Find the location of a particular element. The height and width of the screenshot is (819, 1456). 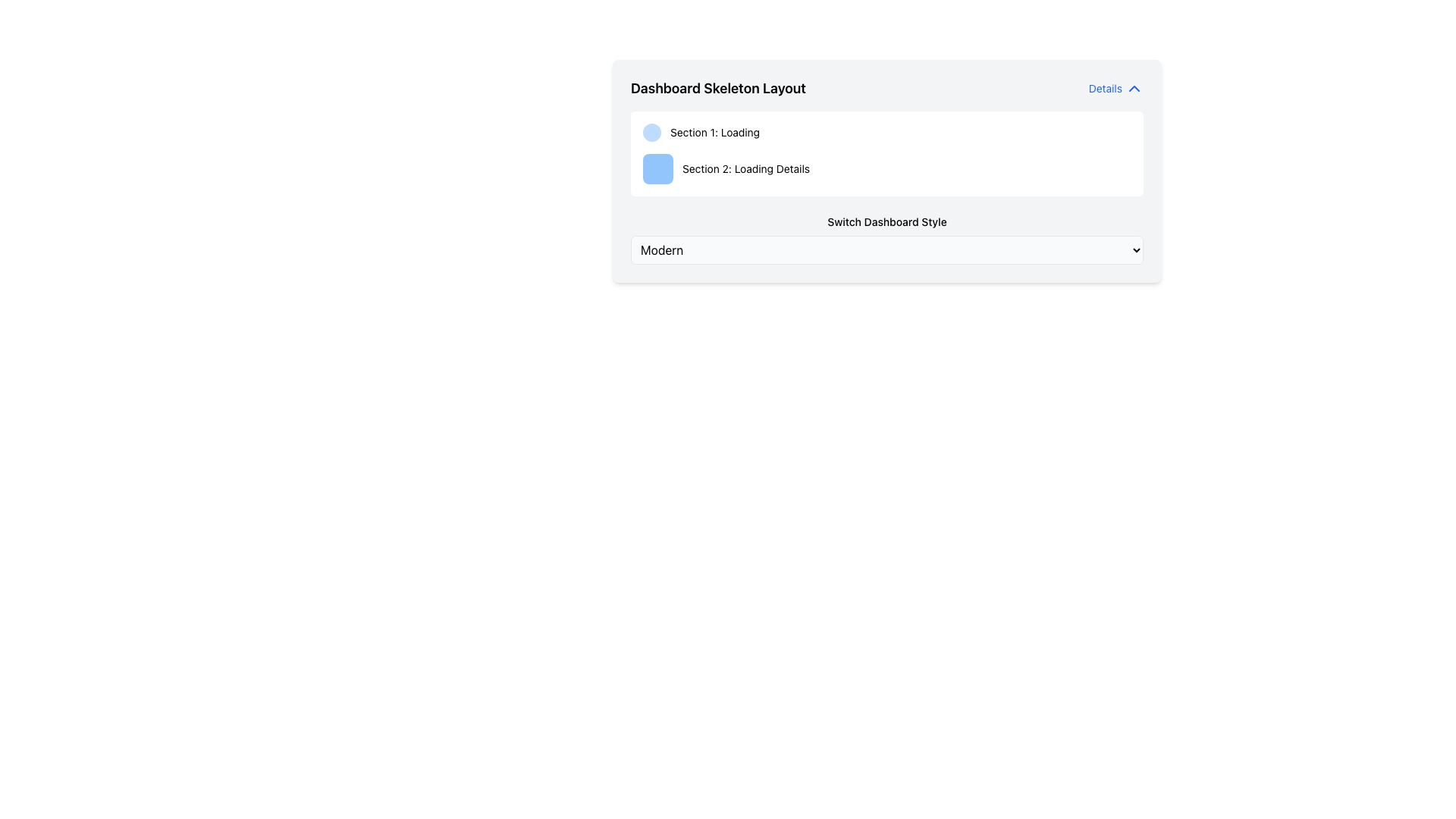

the text label displaying 'Switch Dashboard Style' located below 'Section 1: Loading' and 'Section 2: Loading Details' on the left side of the dashboard is located at coordinates (887, 222).